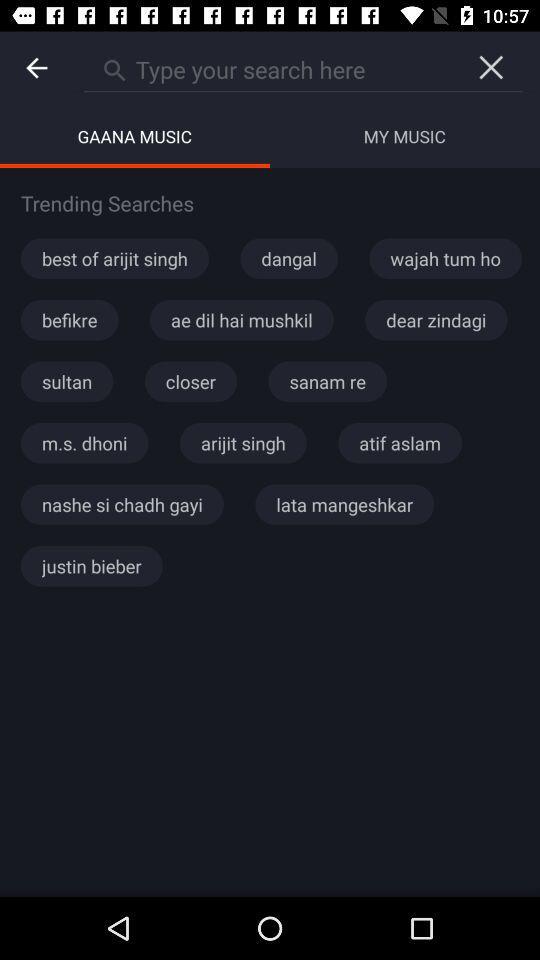 The image size is (540, 960). I want to click on ae dil hai icon, so click(241, 320).